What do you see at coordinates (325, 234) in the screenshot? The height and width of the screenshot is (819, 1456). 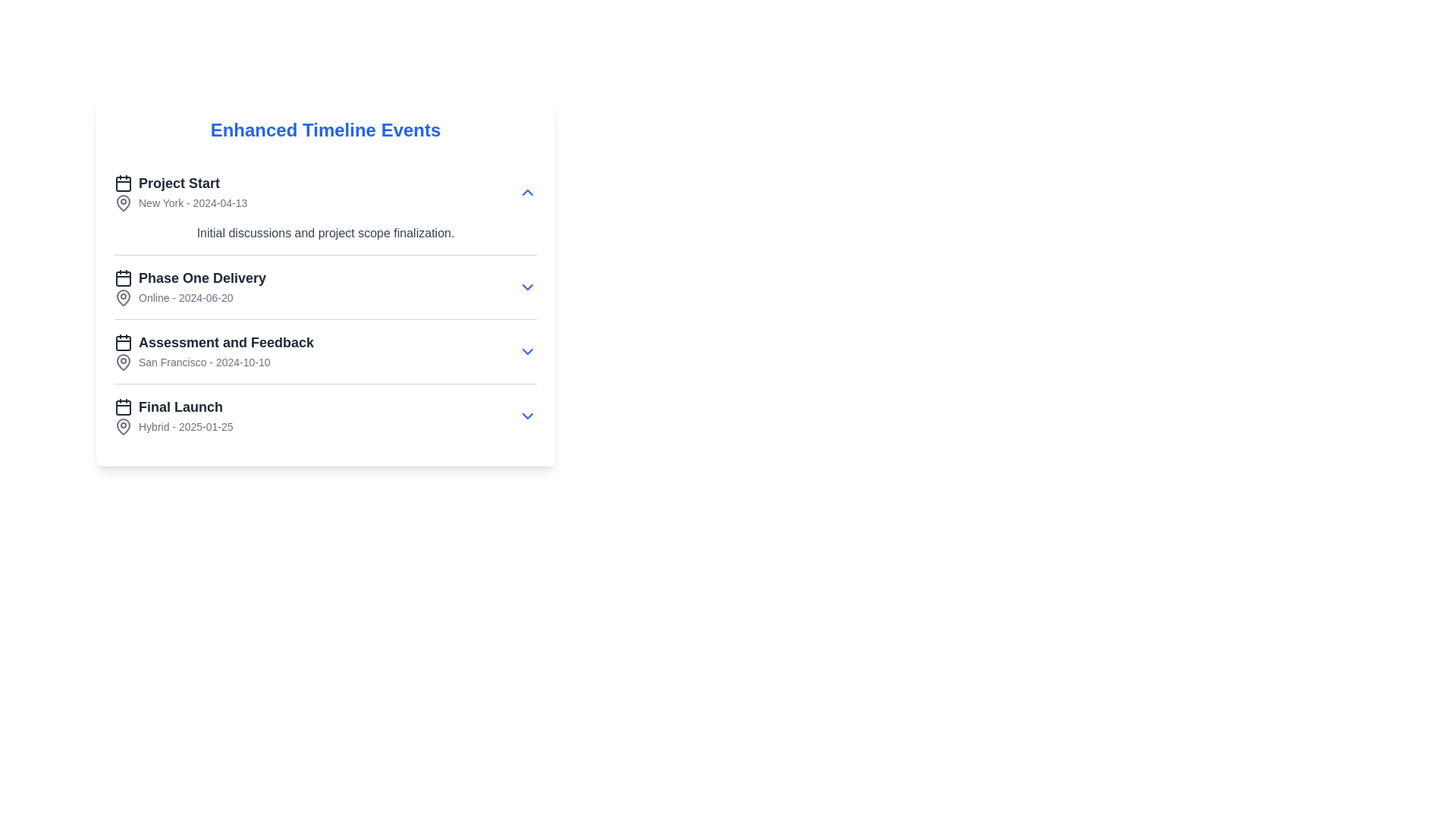 I see `the text label that reads 'Initial discussions and project scope finalization,' which is styled in gray and positioned under the 'Project Start' heading in the timeline interface` at bounding box center [325, 234].